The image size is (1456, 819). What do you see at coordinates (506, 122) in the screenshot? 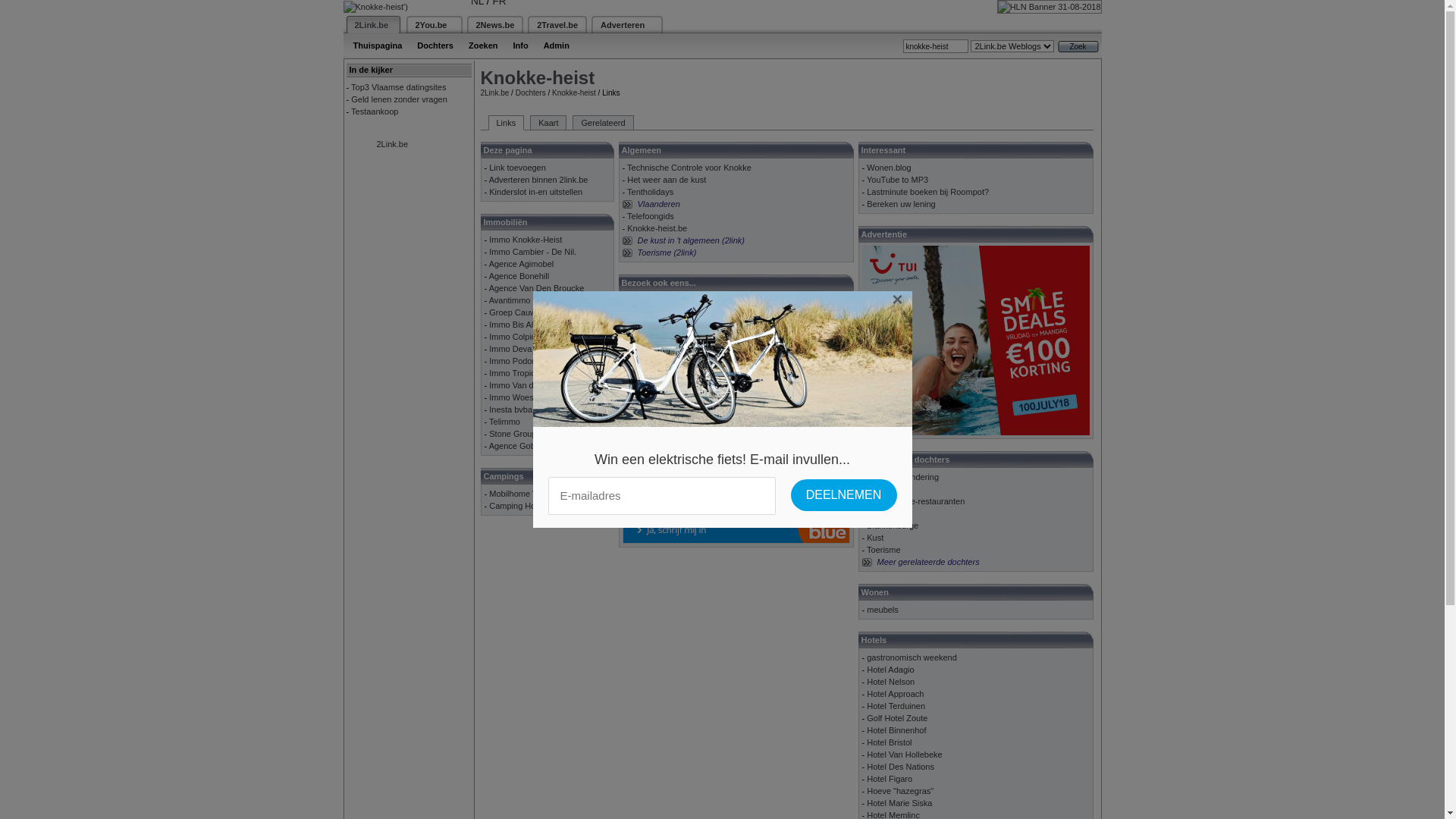
I see `'Links'` at bounding box center [506, 122].